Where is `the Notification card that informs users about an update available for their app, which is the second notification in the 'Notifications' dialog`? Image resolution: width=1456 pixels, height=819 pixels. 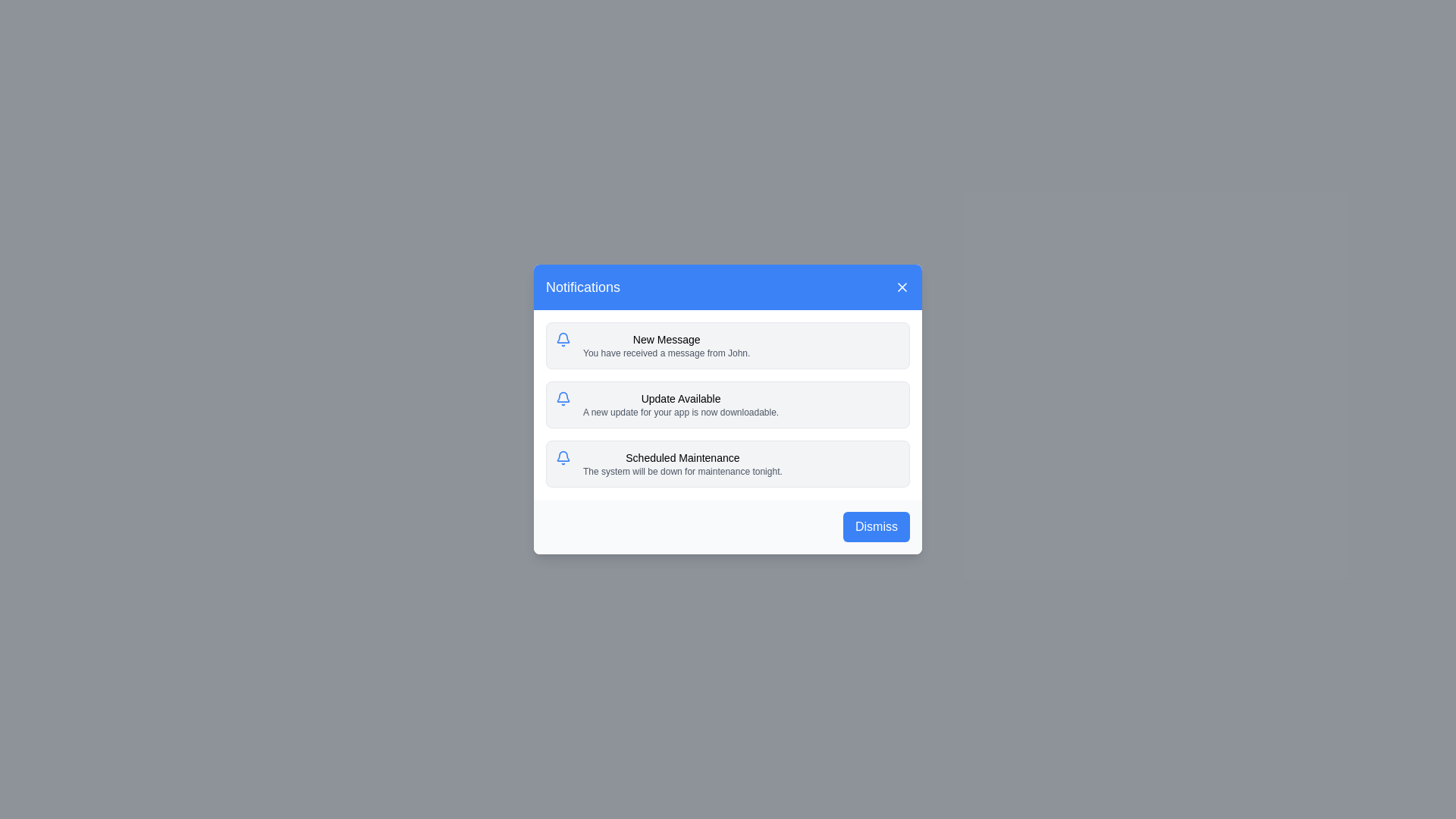
the Notification card that informs users about an update available for their app, which is the second notification in the 'Notifications' dialog is located at coordinates (728, 403).